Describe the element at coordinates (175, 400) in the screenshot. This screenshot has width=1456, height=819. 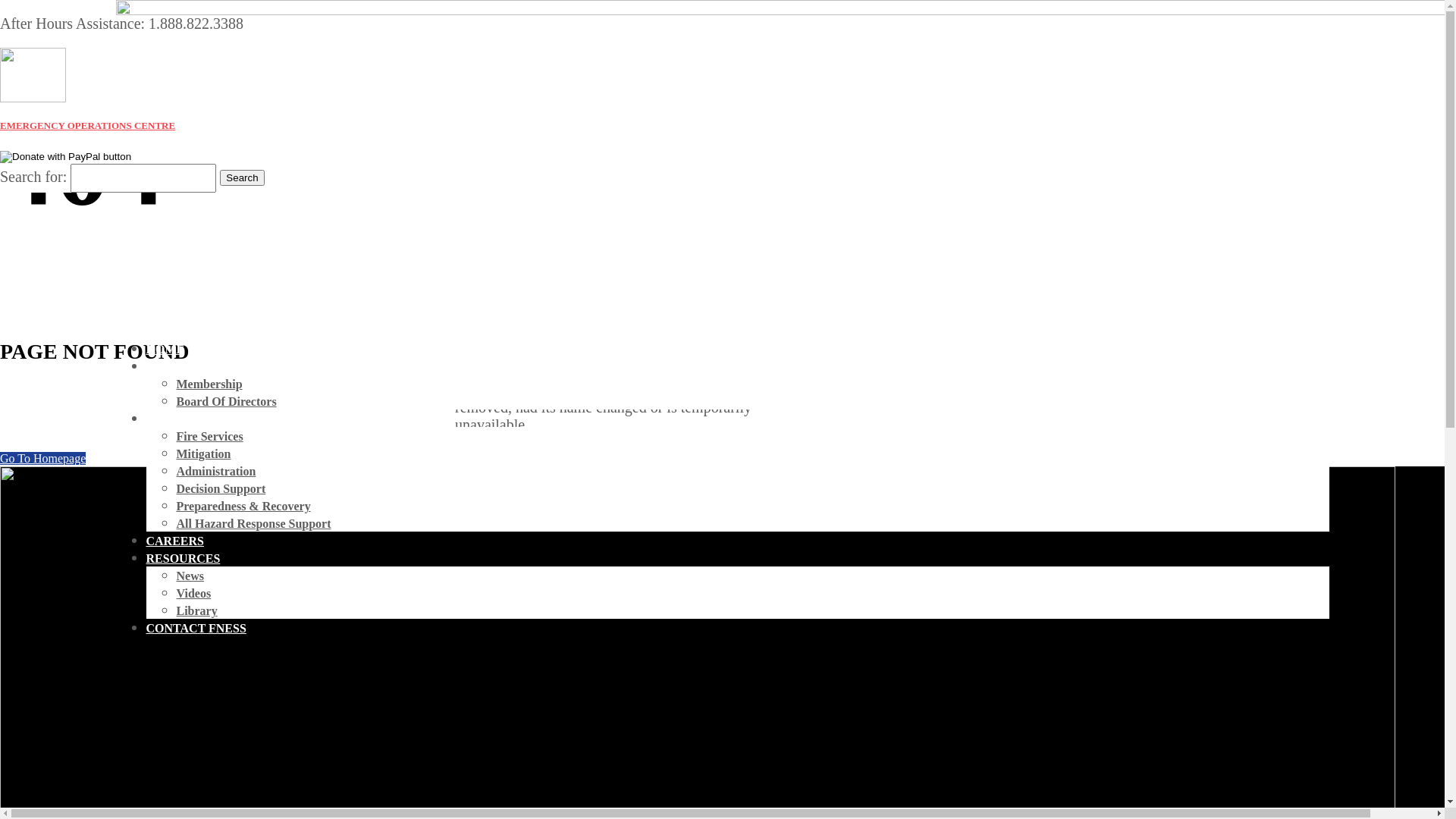
I see `'Board Of Directors'` at that location.